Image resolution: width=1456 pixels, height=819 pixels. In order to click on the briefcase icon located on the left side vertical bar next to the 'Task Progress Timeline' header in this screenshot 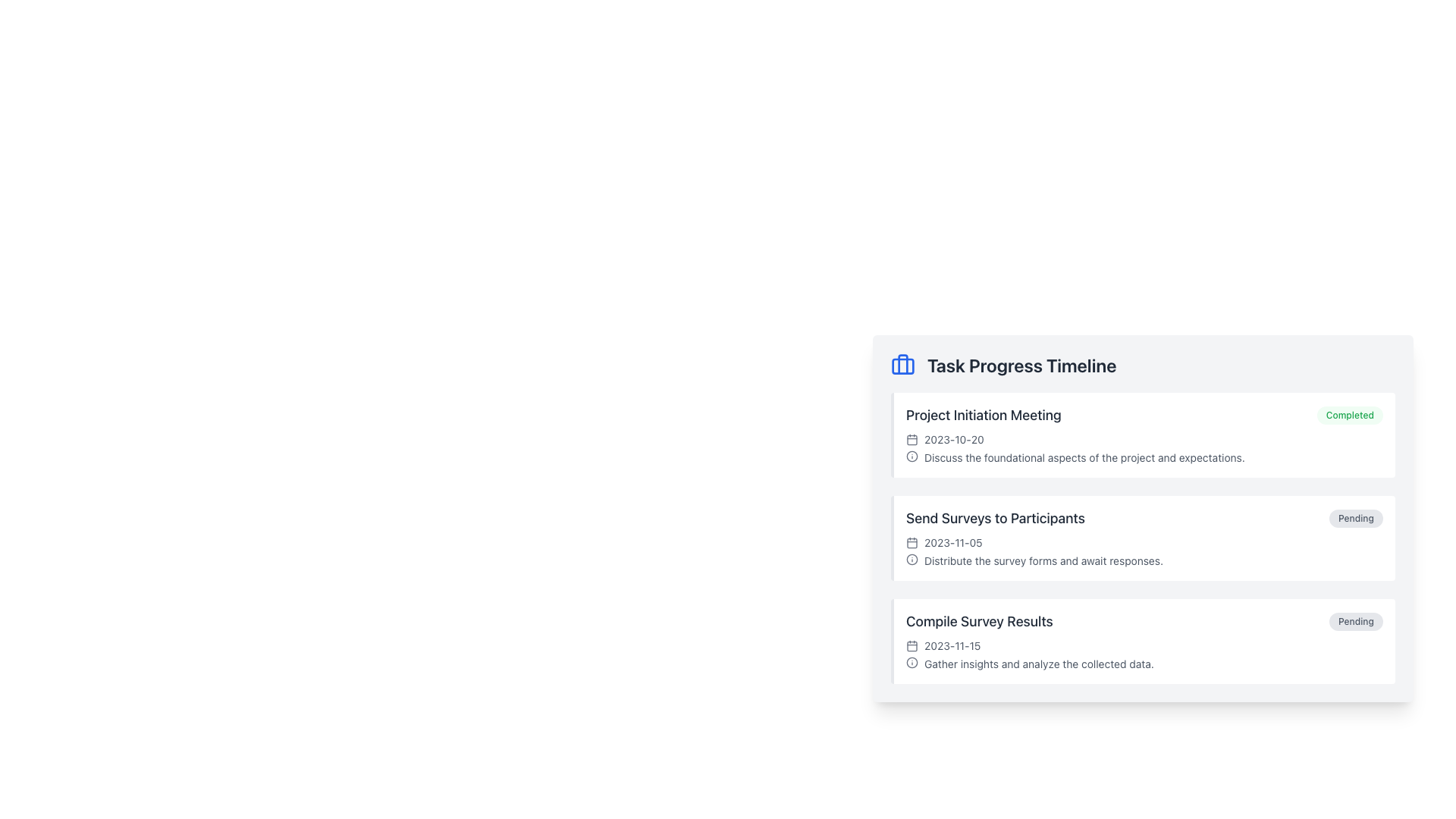, I will do `click(902, 363)`.